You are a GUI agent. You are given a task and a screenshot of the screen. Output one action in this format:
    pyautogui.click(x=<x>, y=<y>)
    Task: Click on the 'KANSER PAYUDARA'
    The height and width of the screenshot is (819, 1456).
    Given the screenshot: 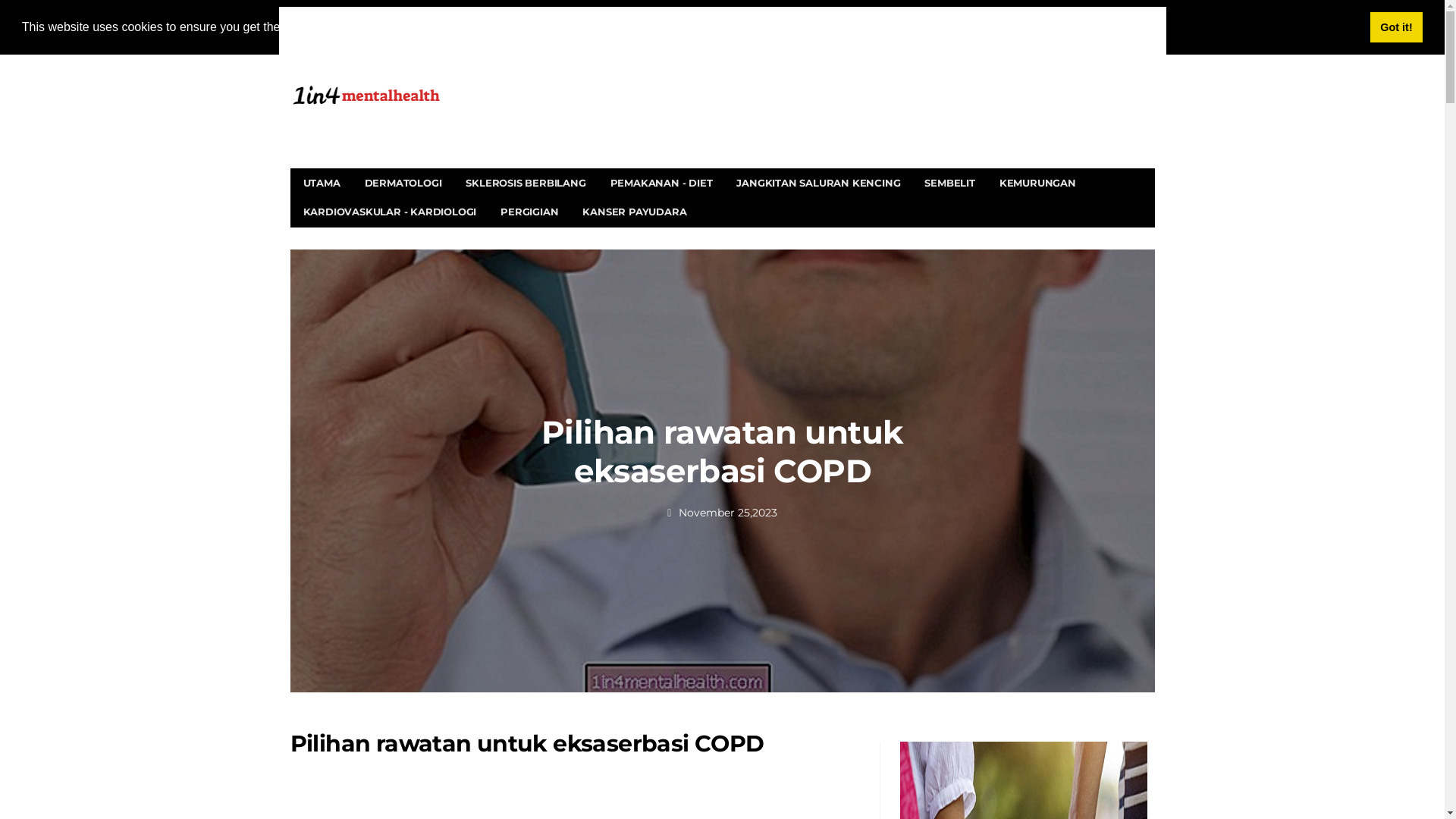 What is the action you would take?
    pyautogui.click(x=634, y=211)
    